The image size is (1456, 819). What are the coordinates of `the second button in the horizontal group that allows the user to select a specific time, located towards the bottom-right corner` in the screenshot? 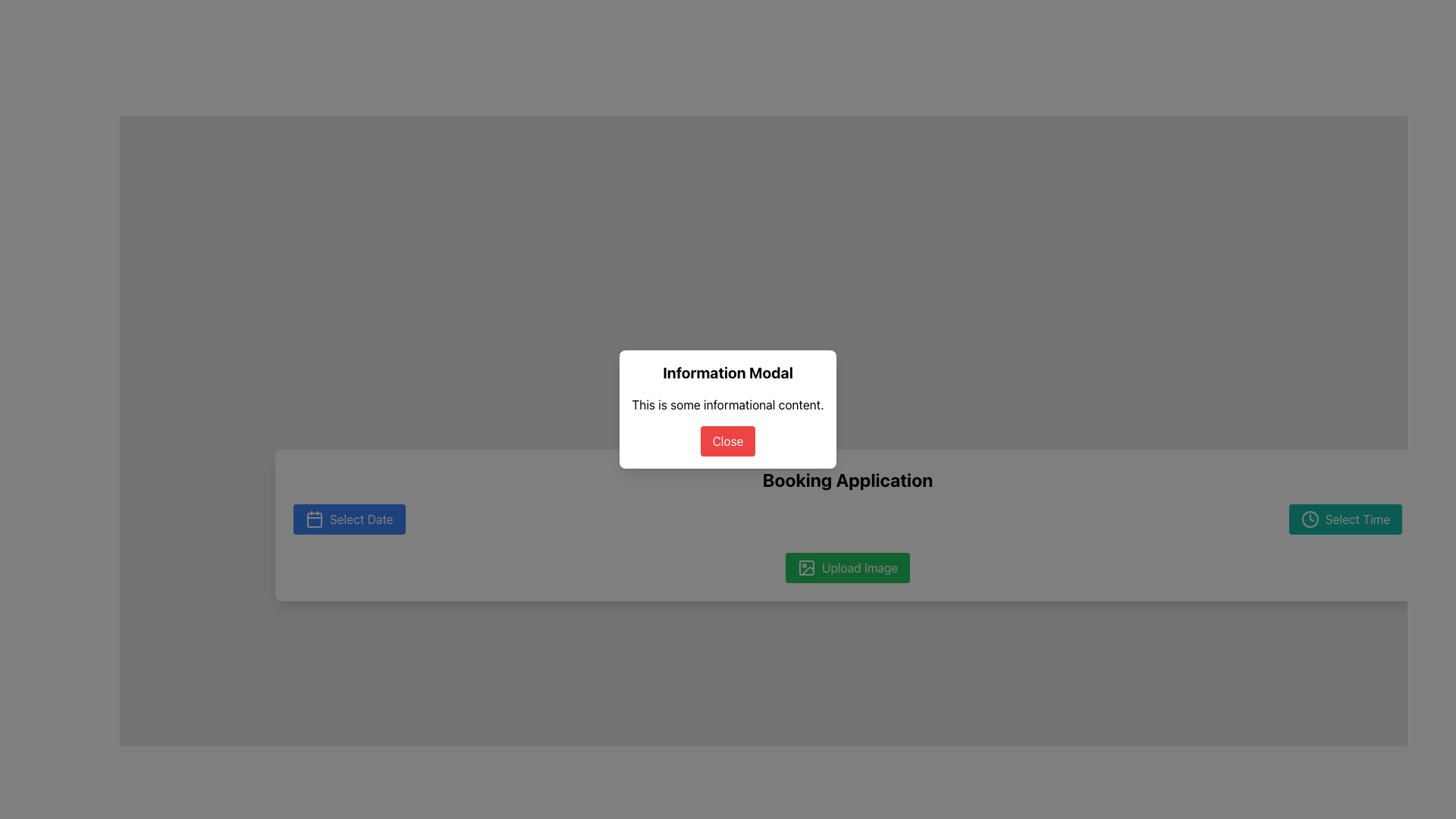 It's located at (1345, 519).